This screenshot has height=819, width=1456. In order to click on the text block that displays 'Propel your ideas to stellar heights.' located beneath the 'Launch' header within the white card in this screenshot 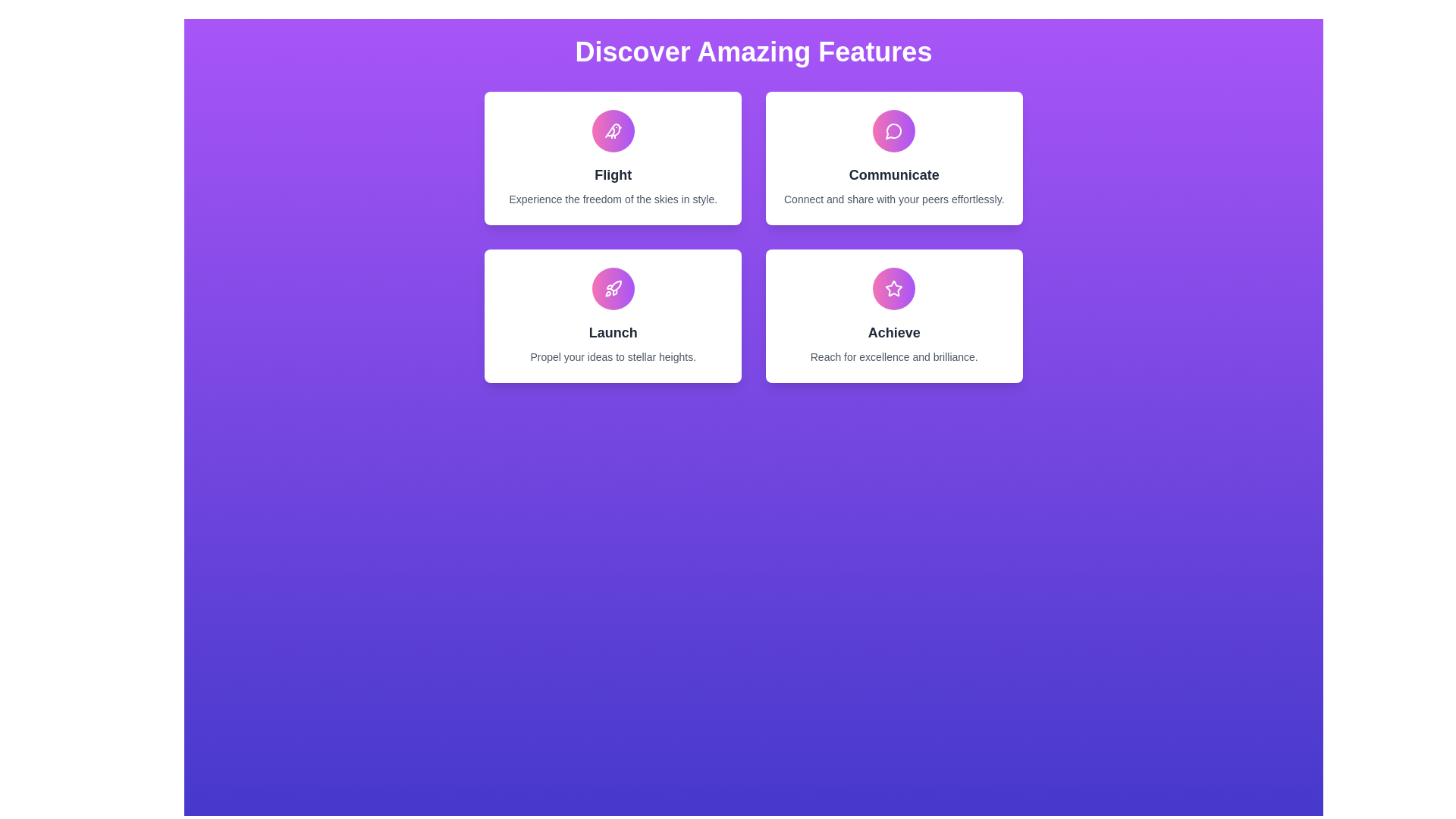, I will do `click(613, 356)`.